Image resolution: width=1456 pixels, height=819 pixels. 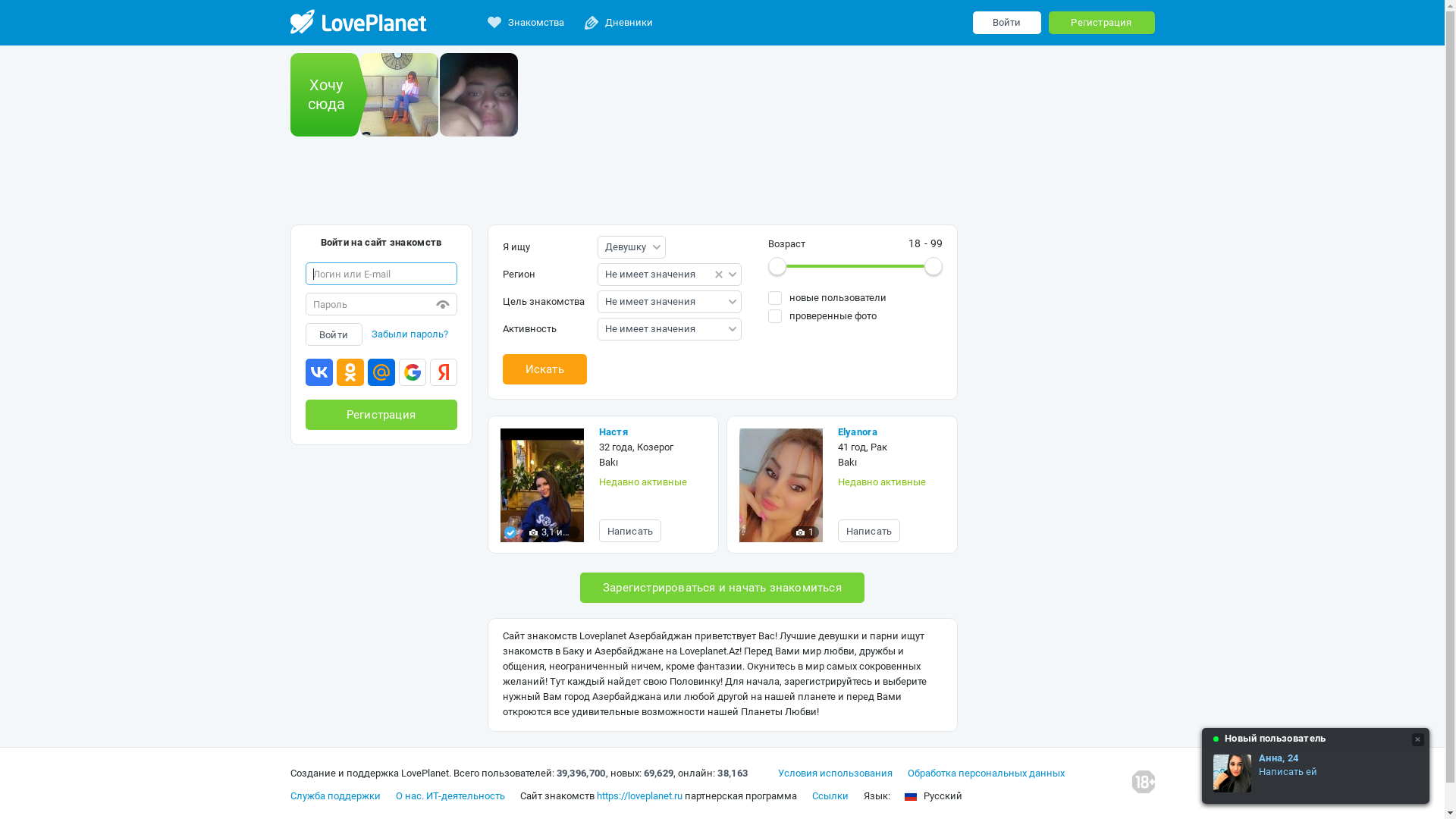 What do you see at coordinates (381, 374) in the screenshot?
I see `'Mail.ru'` at bounding box center [381, 374].